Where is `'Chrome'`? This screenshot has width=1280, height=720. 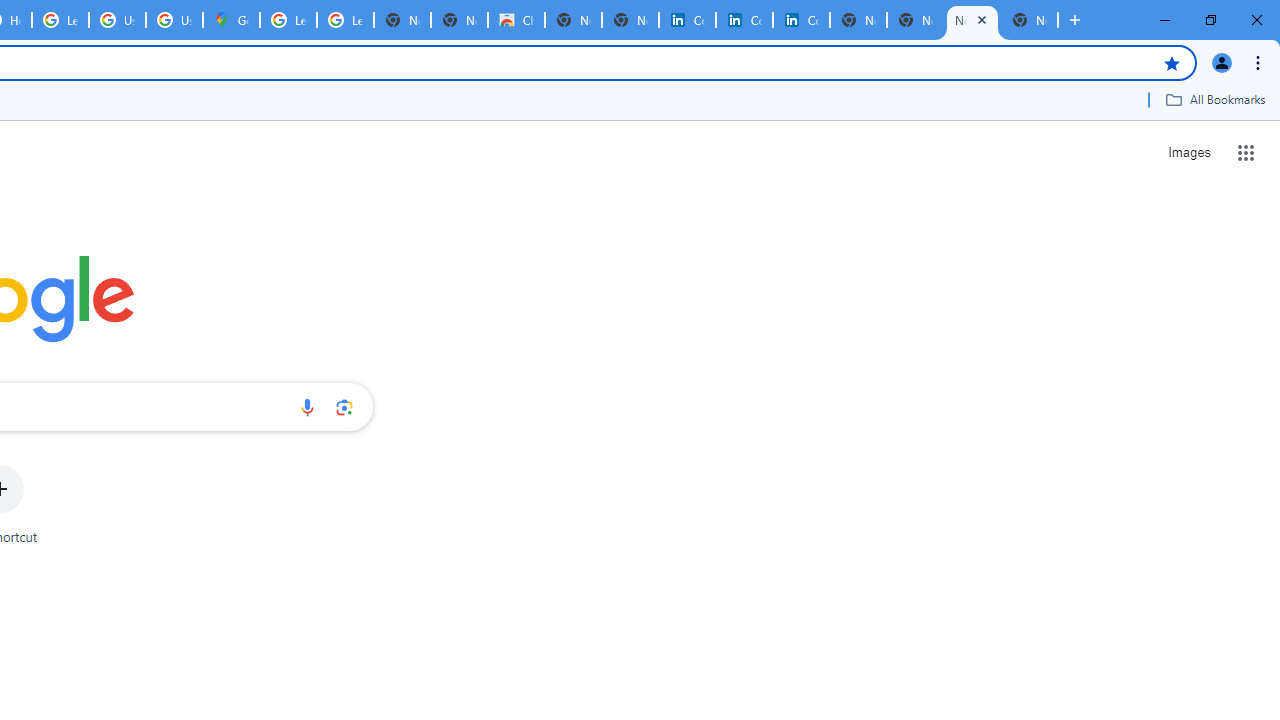
'Chrome' is located at coordinates (1259, 61).